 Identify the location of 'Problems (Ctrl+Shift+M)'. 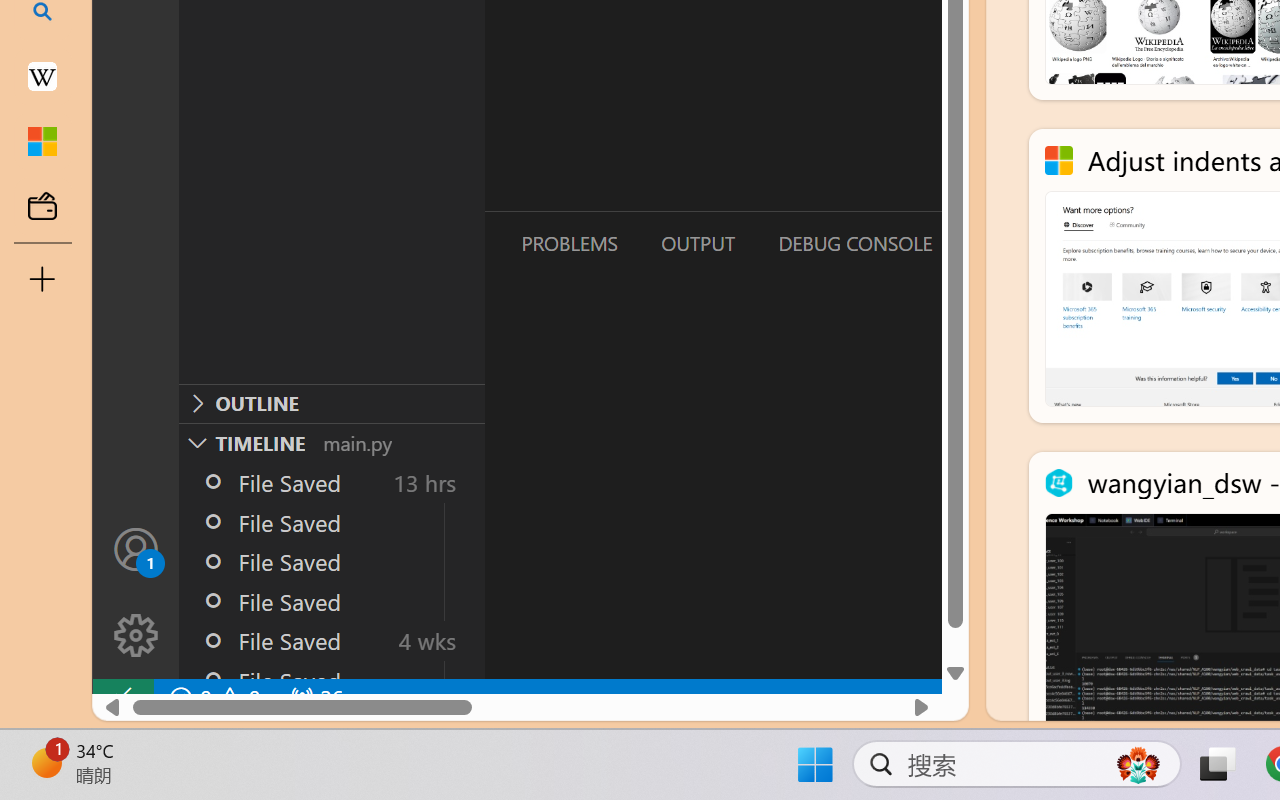
(567, 242).